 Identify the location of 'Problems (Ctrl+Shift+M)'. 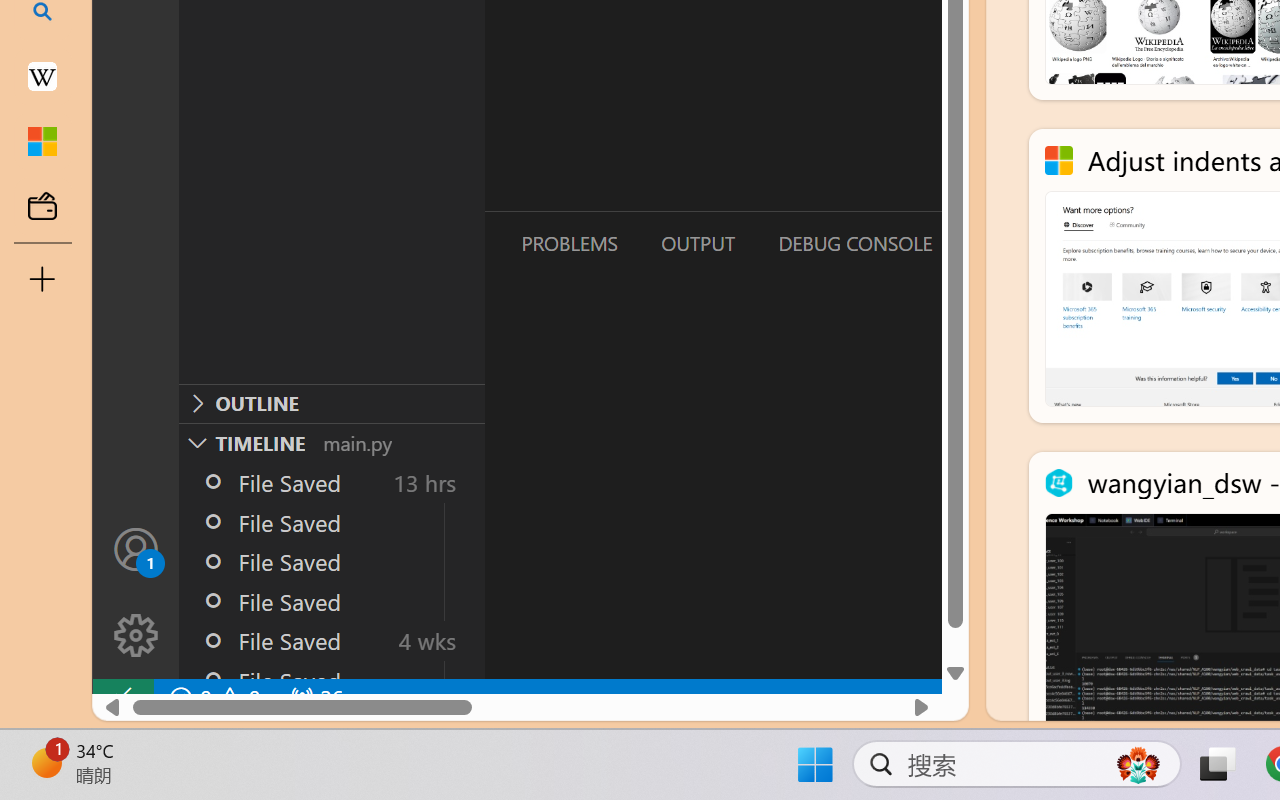
(567, 242).